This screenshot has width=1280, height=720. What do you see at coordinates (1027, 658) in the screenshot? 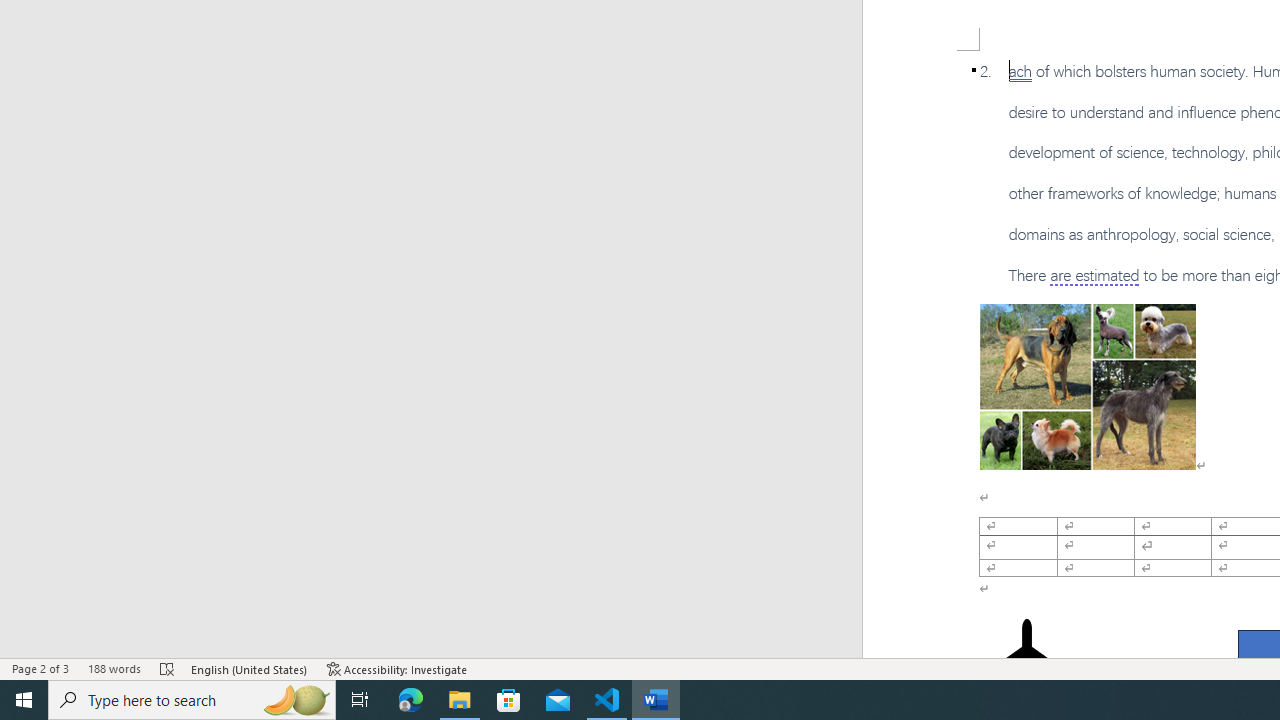
I see `'Airplane with solid fill'` at bounding box center [1027, 658].